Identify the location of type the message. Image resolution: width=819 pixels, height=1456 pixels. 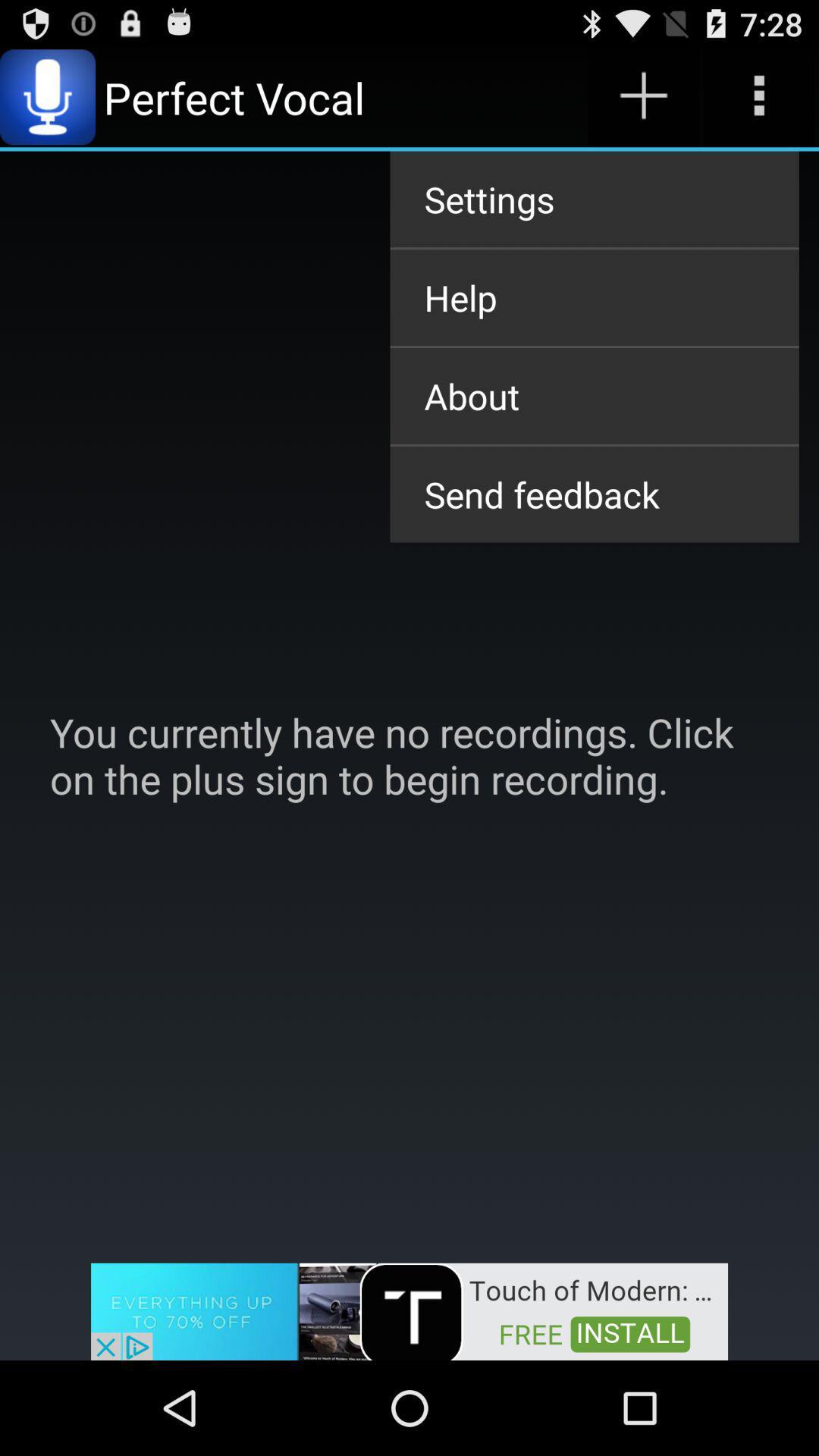
(759, 96).